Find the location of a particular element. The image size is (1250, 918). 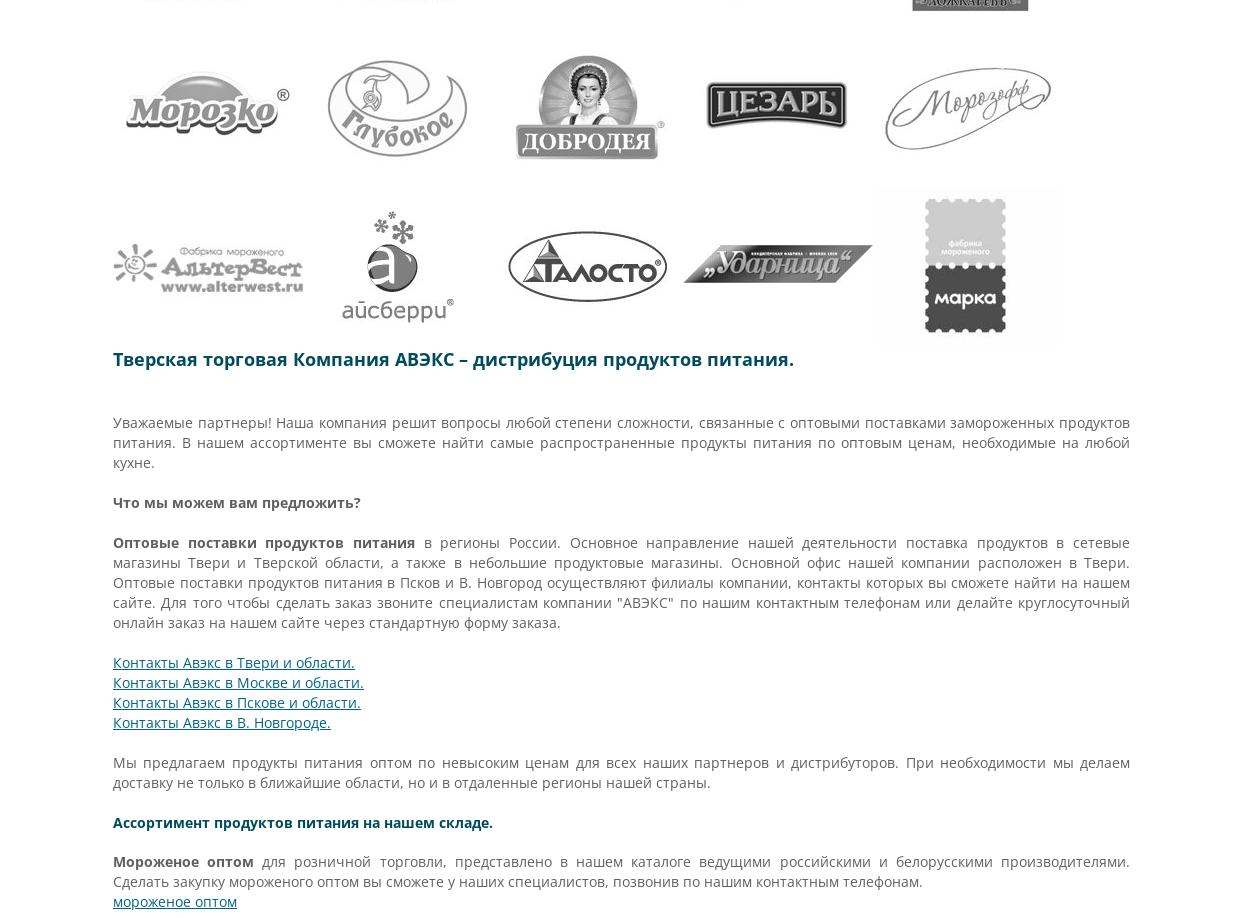

'в регионы России. Основное направление нашей деятельности поставка продуктов в сетевые магазины Твери и Тверской области, а также в небольшие продуктовые магазины. Основной офис нашей компании расположен в Твери. Оптовые поставки продуктов питания в Псков и В. Новгород осуществляют филиалы компании, контакты которых вы сможете найти на нашем сайте. Для того чтобы сделать заказ звоните специалистам компании "АВЭКС" по нашим контактным телефонам или делайте круглосуточный онлайн заказ на нашем сайте через стандартную форму заказа.' is located at coordinates (620, 581).